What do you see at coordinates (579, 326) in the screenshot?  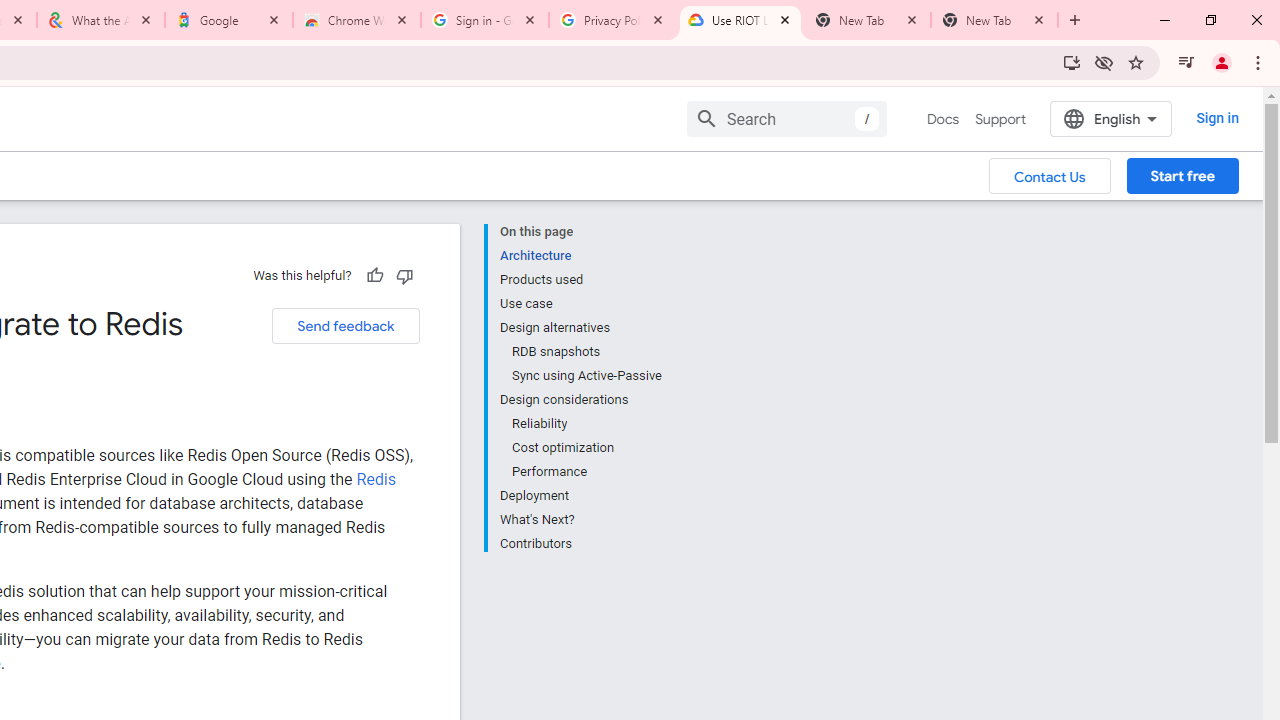 I see `'Design alternatives'` at bounding box center [579, 326].